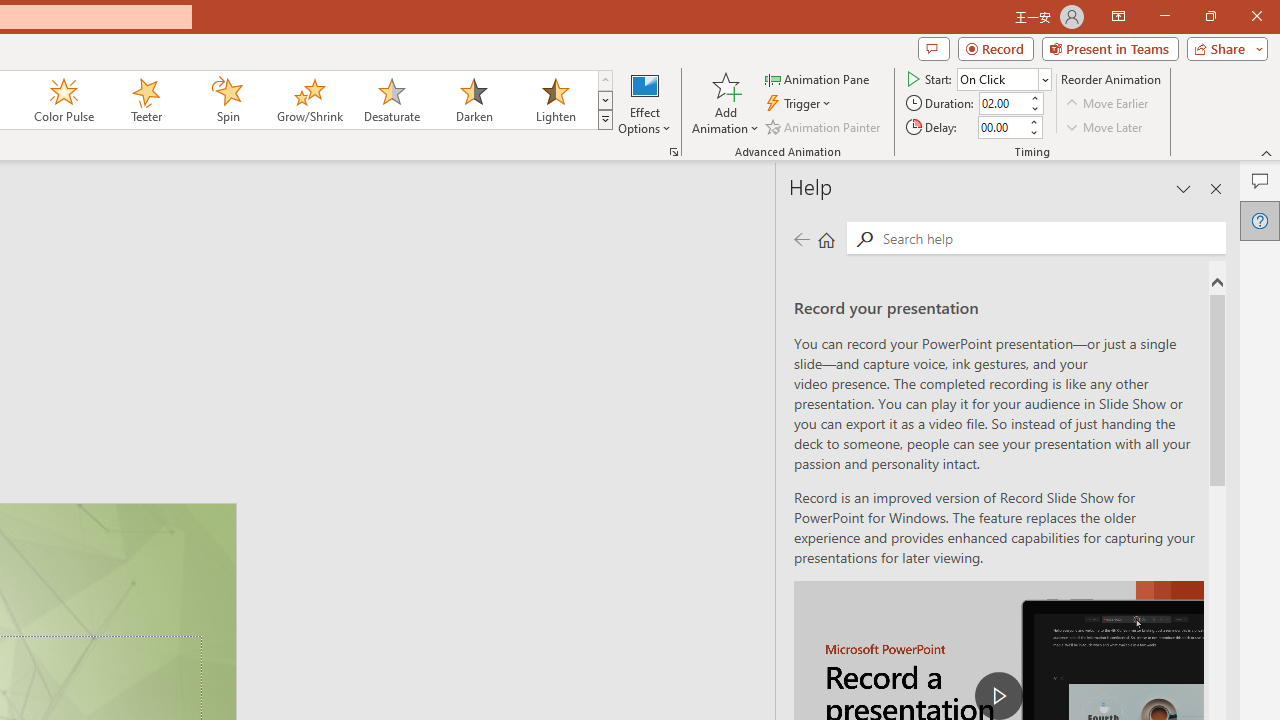 This screenshot has height=720, width=1280. I want to click on 'Animation Pane', so click(818, 78).